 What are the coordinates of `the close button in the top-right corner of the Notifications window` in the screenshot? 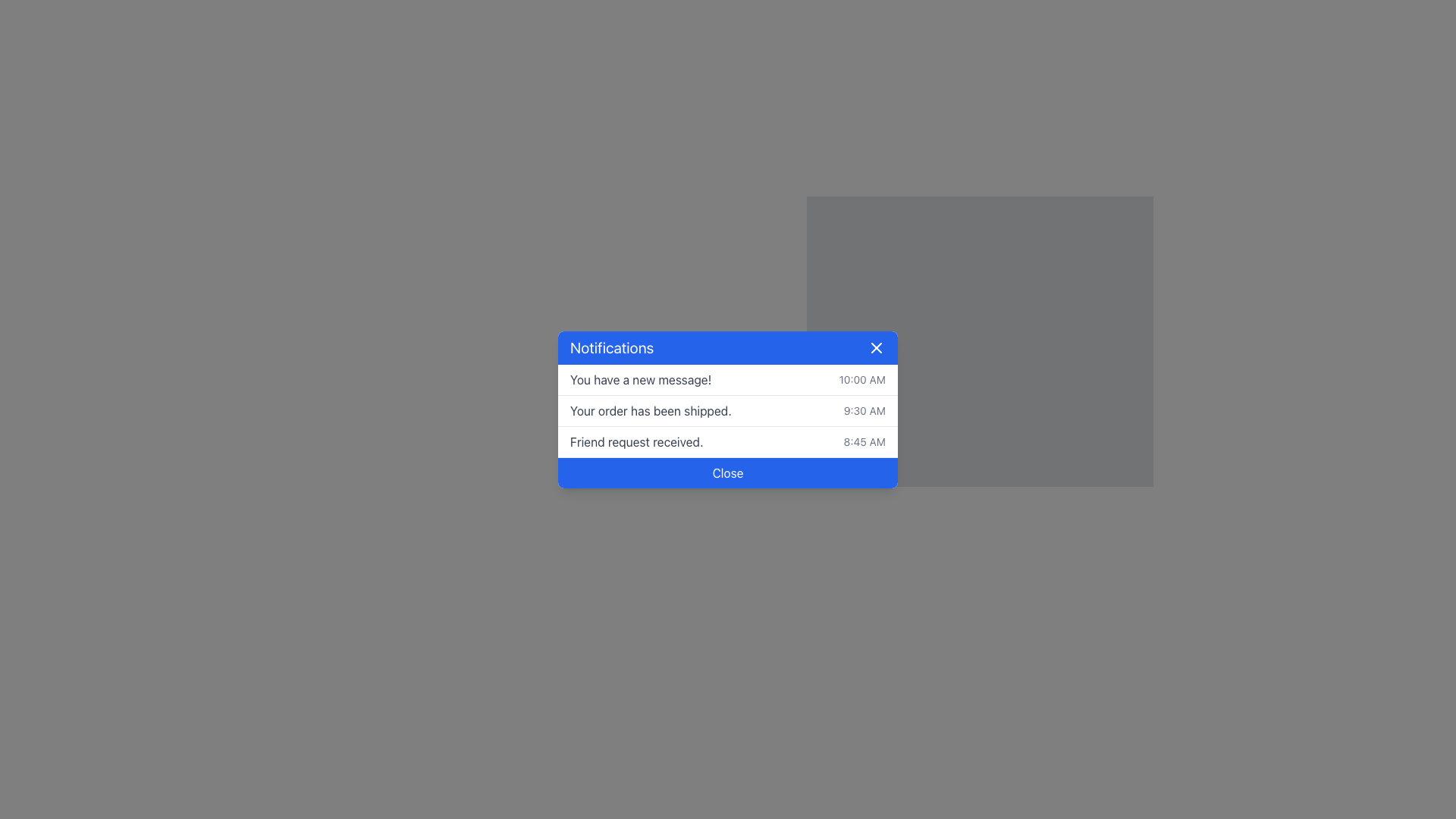 It's located at (877, 347).